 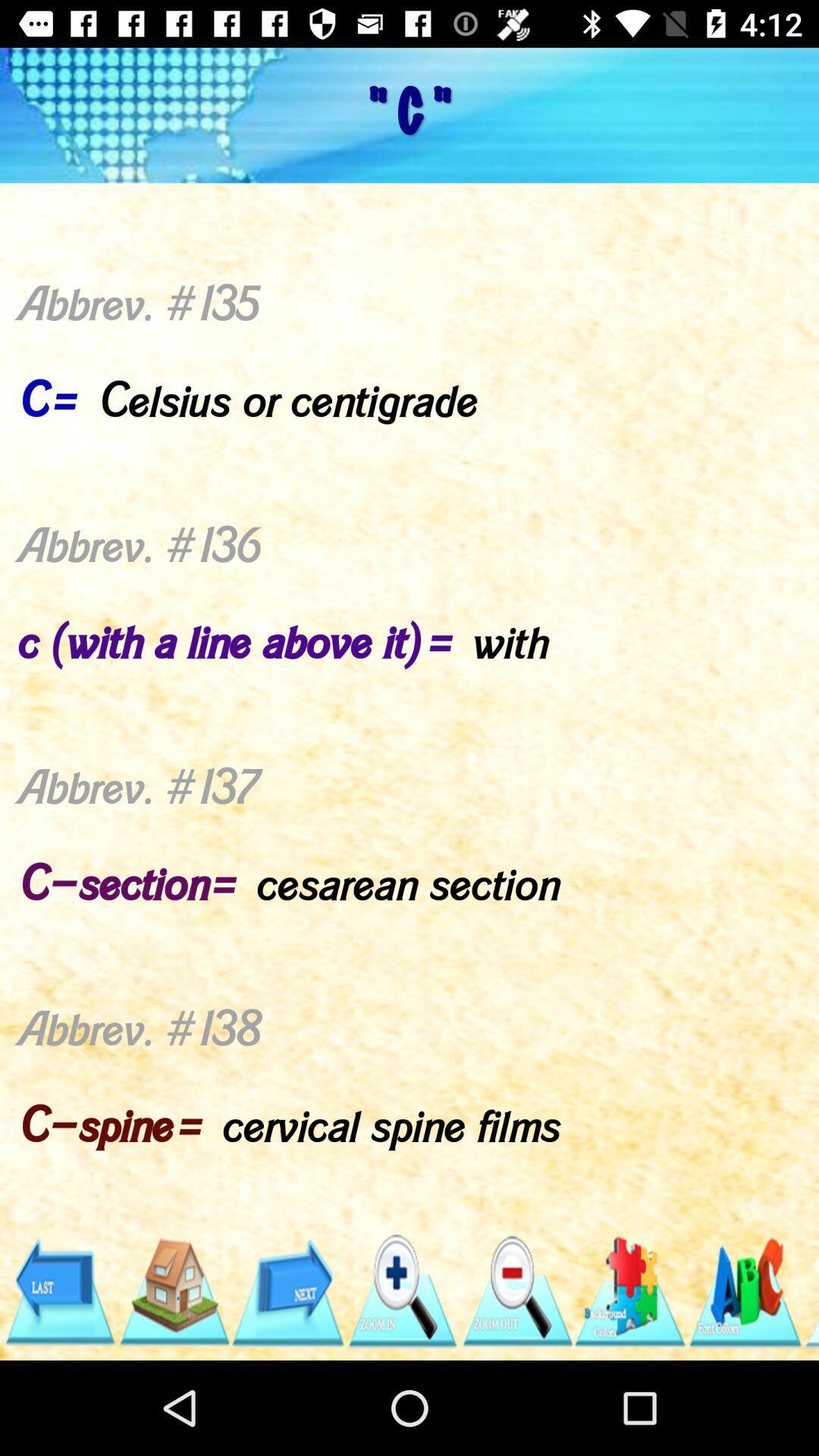 What do you see at coordinates (58, 1291) in the screenshot?
I see `go back` at bounding box center [58, 1291].